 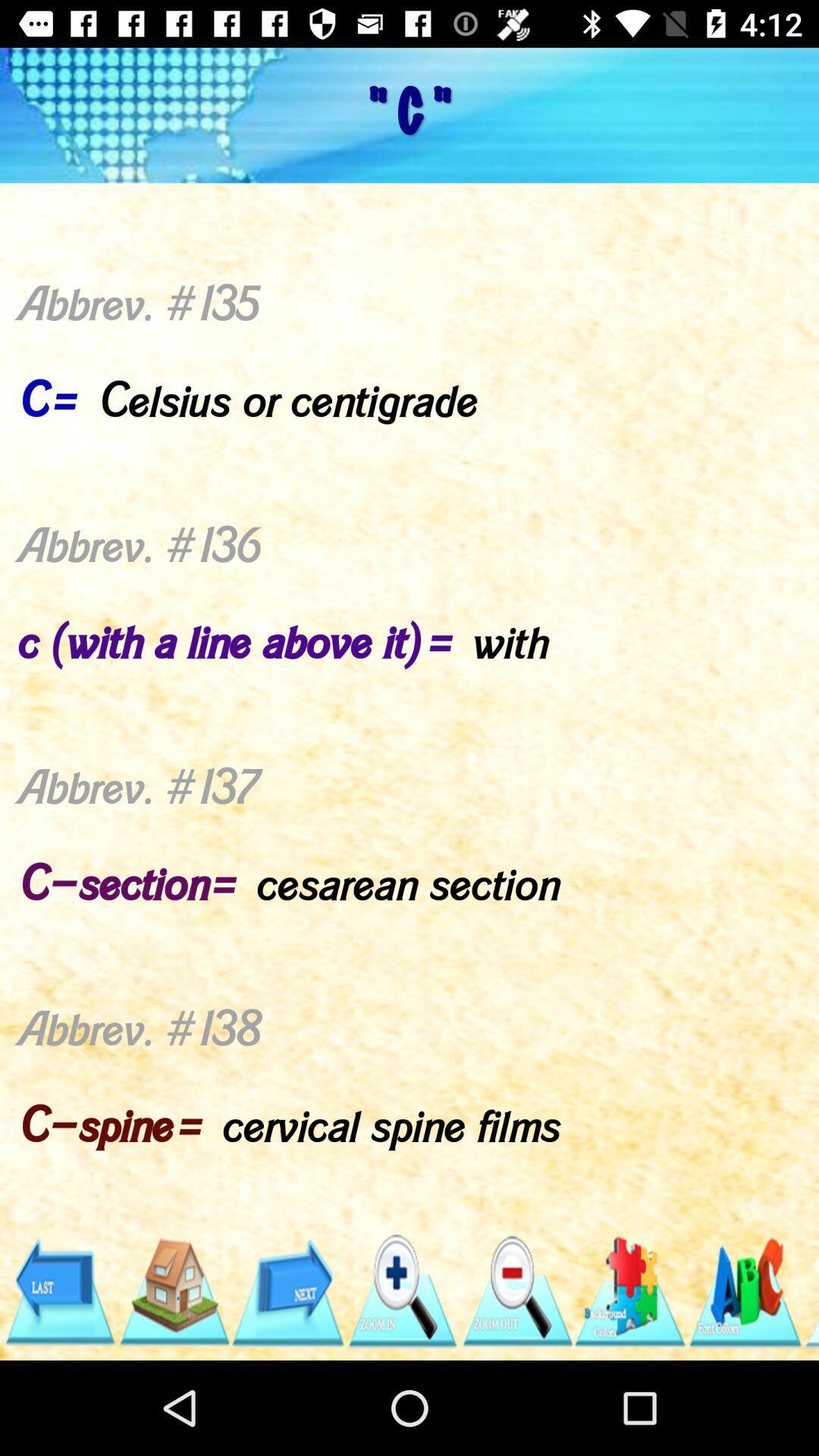 What do you see at coordinates (58, 1291) in the screenshot?
I see `go back` at bounding box center [58, 1291].